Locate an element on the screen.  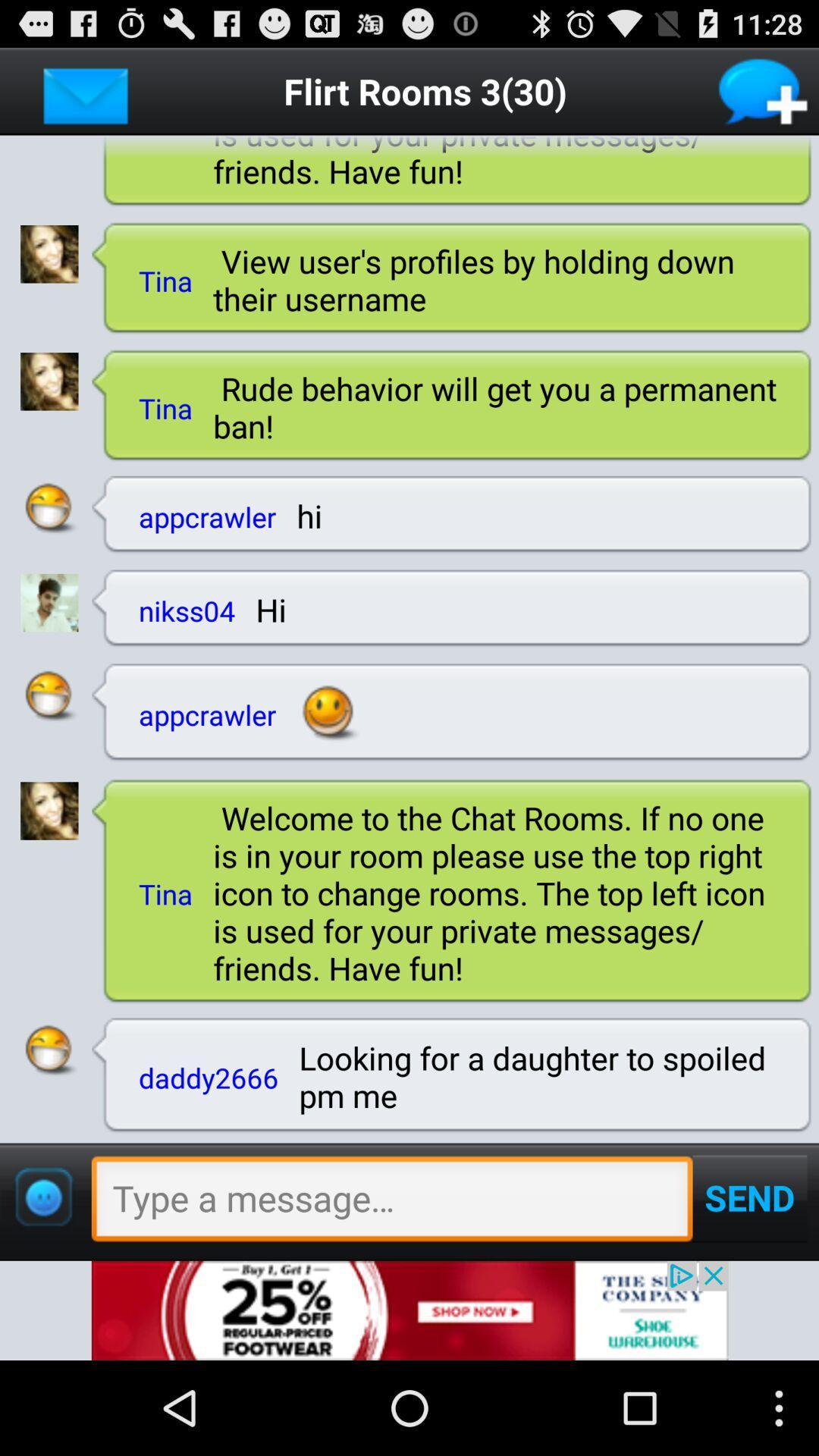
user photo is located at coordinates (49, 381).